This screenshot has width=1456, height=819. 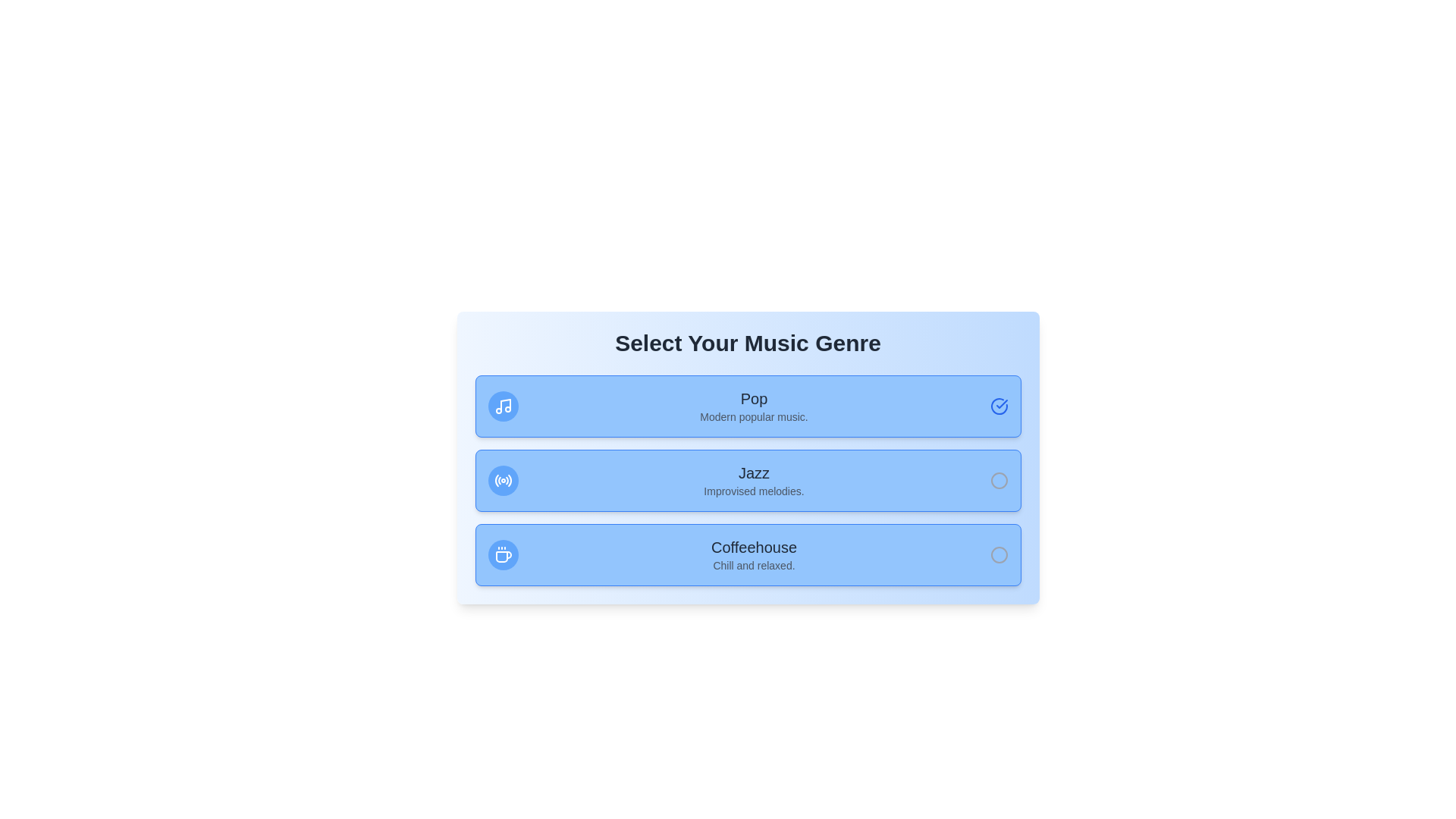 What do you see at coordinates (503, 556) in the screenshot?
I see `the lower-most icon representing the 'Coffeehouse' option in the list` at bounding box center [503, 556].